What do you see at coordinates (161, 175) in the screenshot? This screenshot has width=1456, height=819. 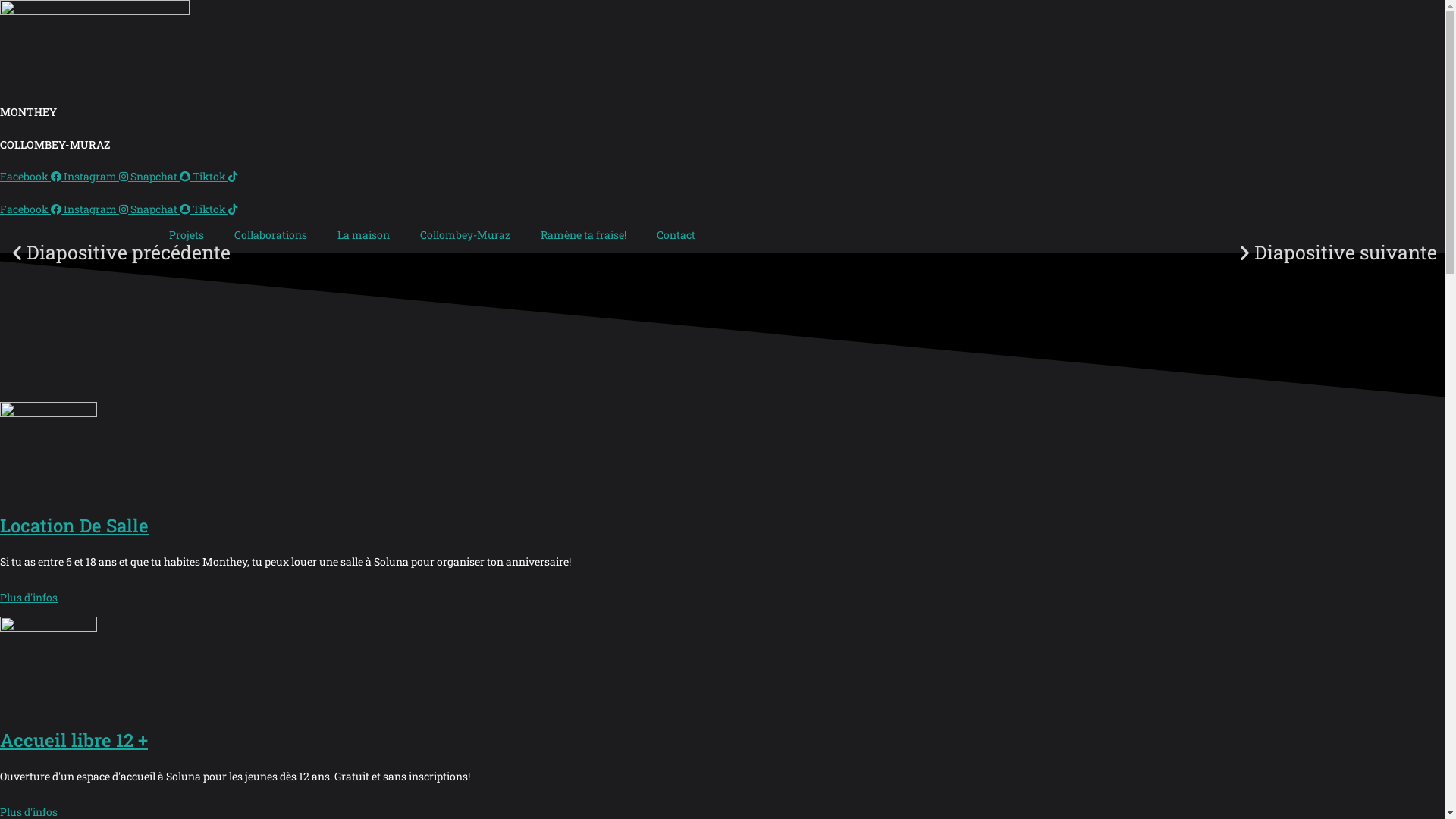 I see `'Snapchat'` at bounding box center [161, 175].